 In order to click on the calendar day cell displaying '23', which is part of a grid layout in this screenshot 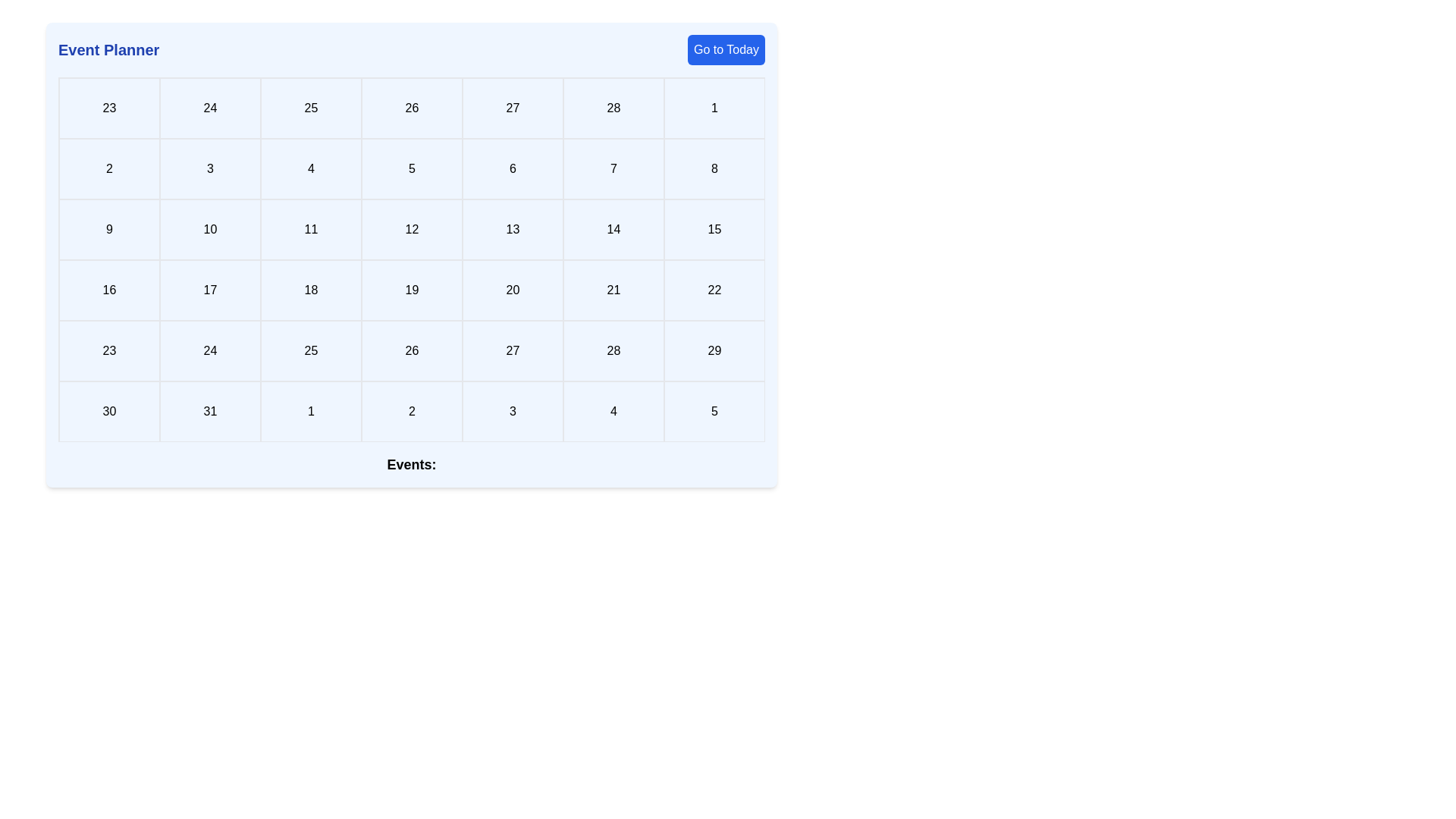, I will do `click(108, 350)`.